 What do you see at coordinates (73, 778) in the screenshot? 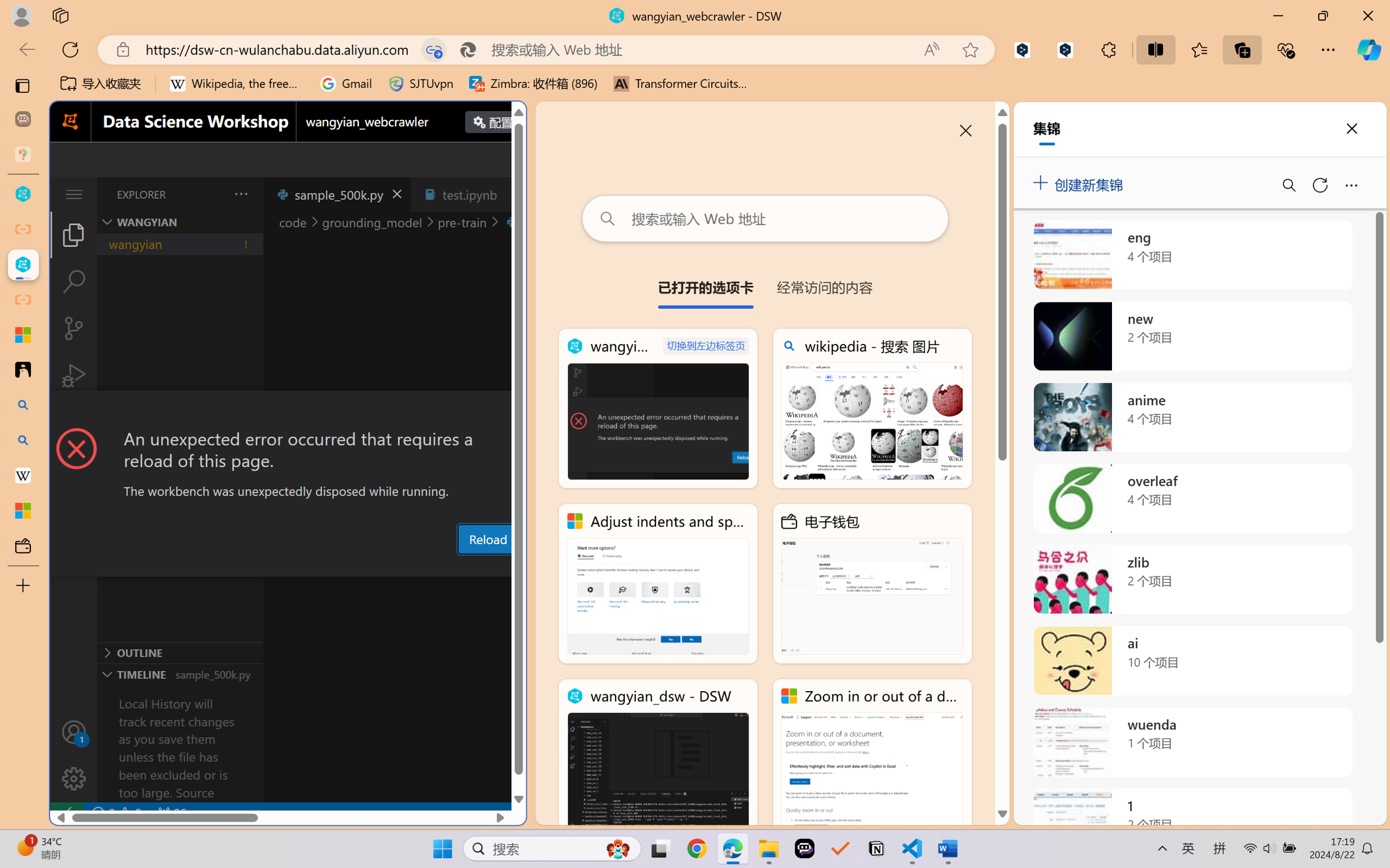
I see `'Manage'` at bounding box center [73, 778].